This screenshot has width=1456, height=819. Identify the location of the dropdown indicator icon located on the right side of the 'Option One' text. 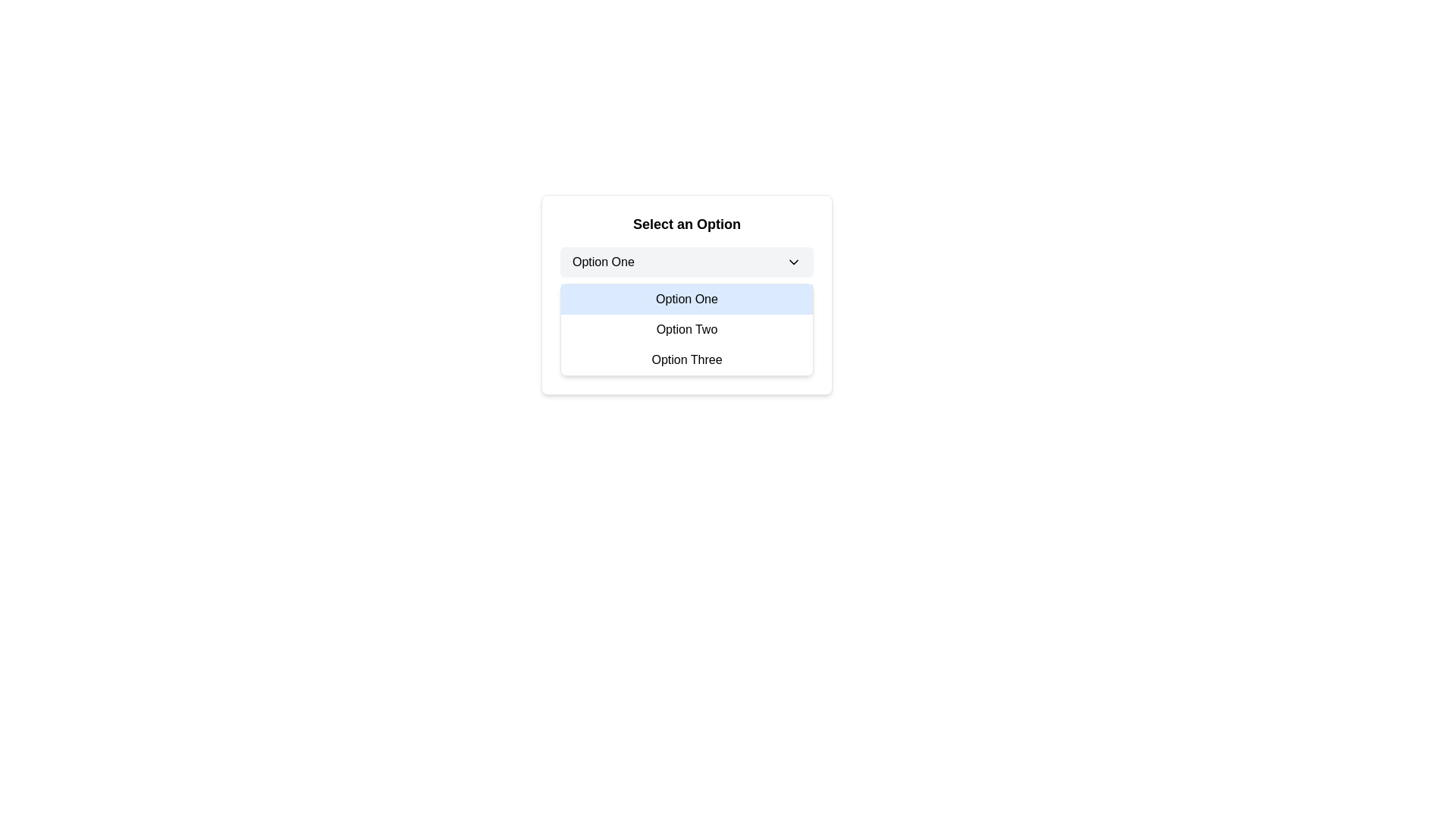
(792, 262).